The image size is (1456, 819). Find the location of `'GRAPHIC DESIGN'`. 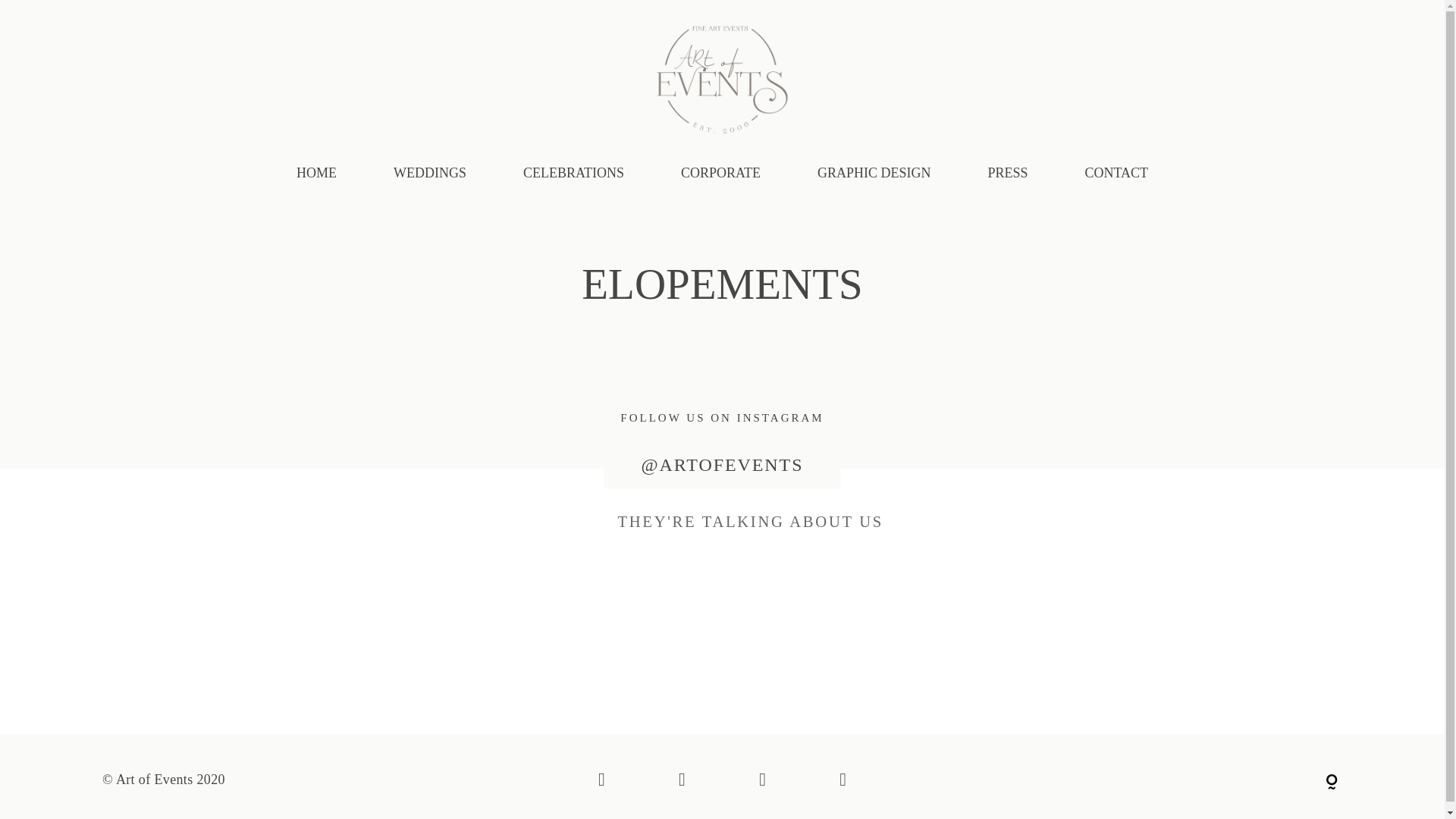

'GRAPHIC DESIGN' is located at coordinates (874, 172).